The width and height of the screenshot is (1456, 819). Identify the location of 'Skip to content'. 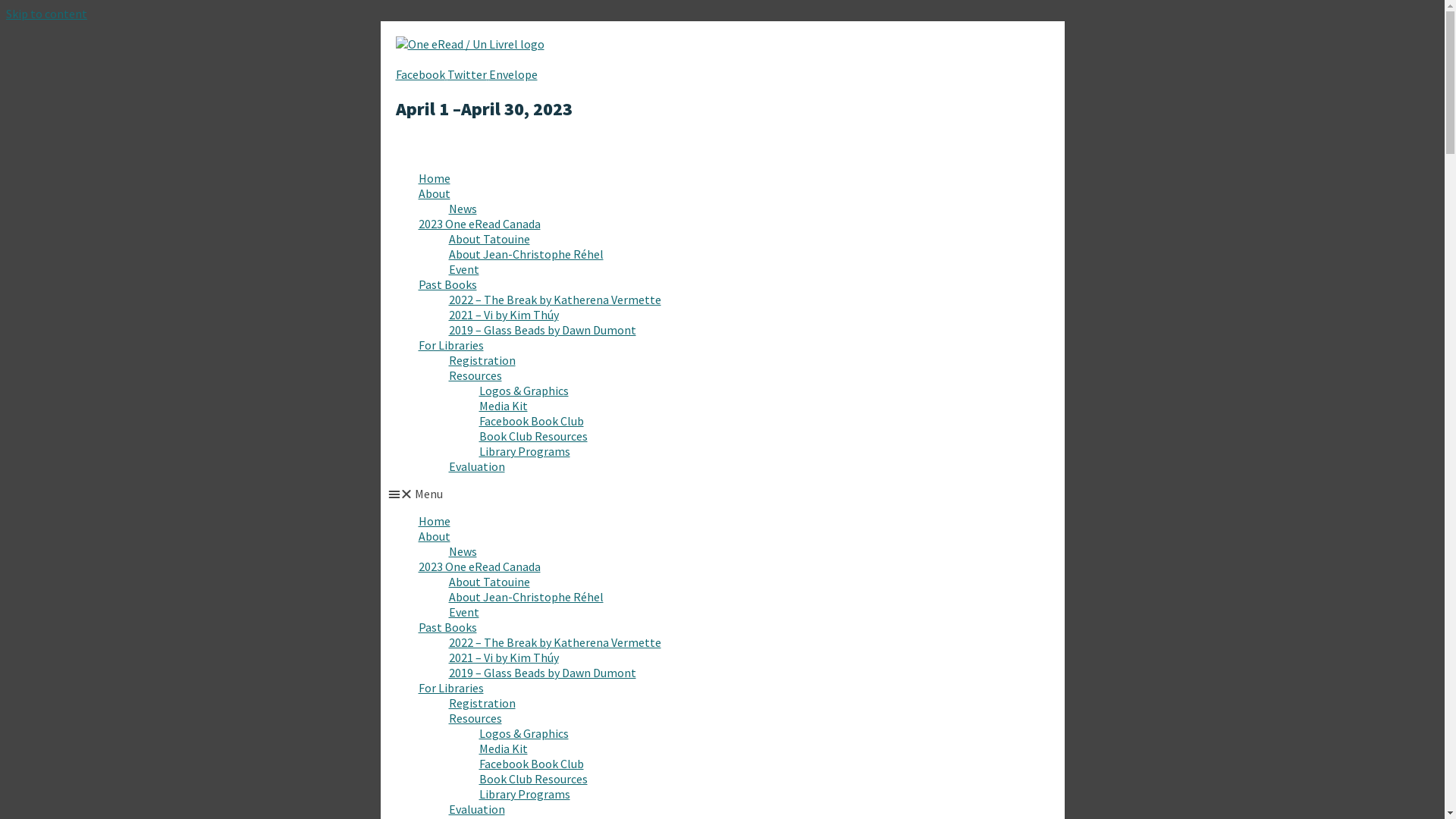
(46, 14).